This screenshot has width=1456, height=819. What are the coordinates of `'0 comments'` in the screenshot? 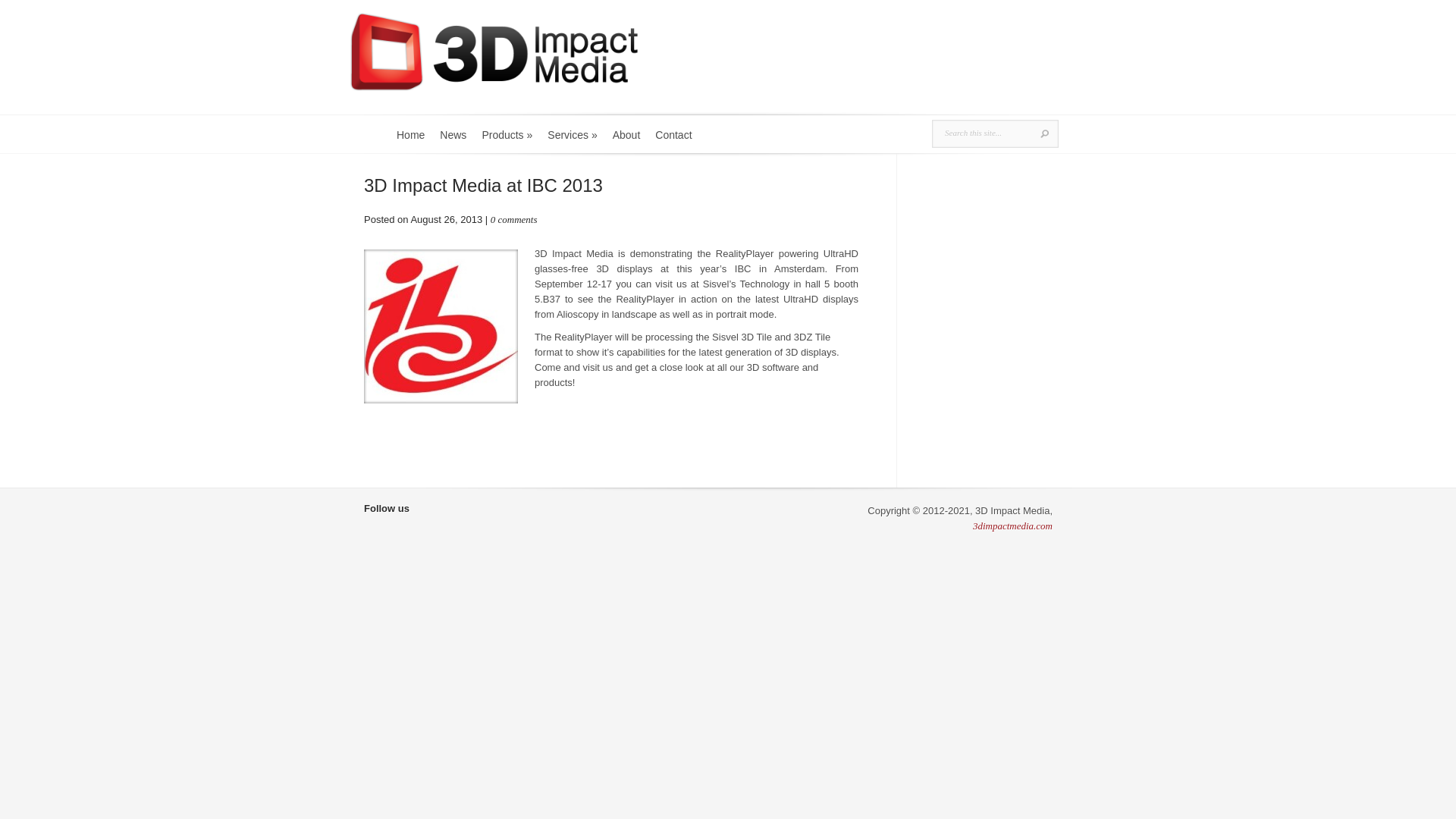 It's located at (513, 219).